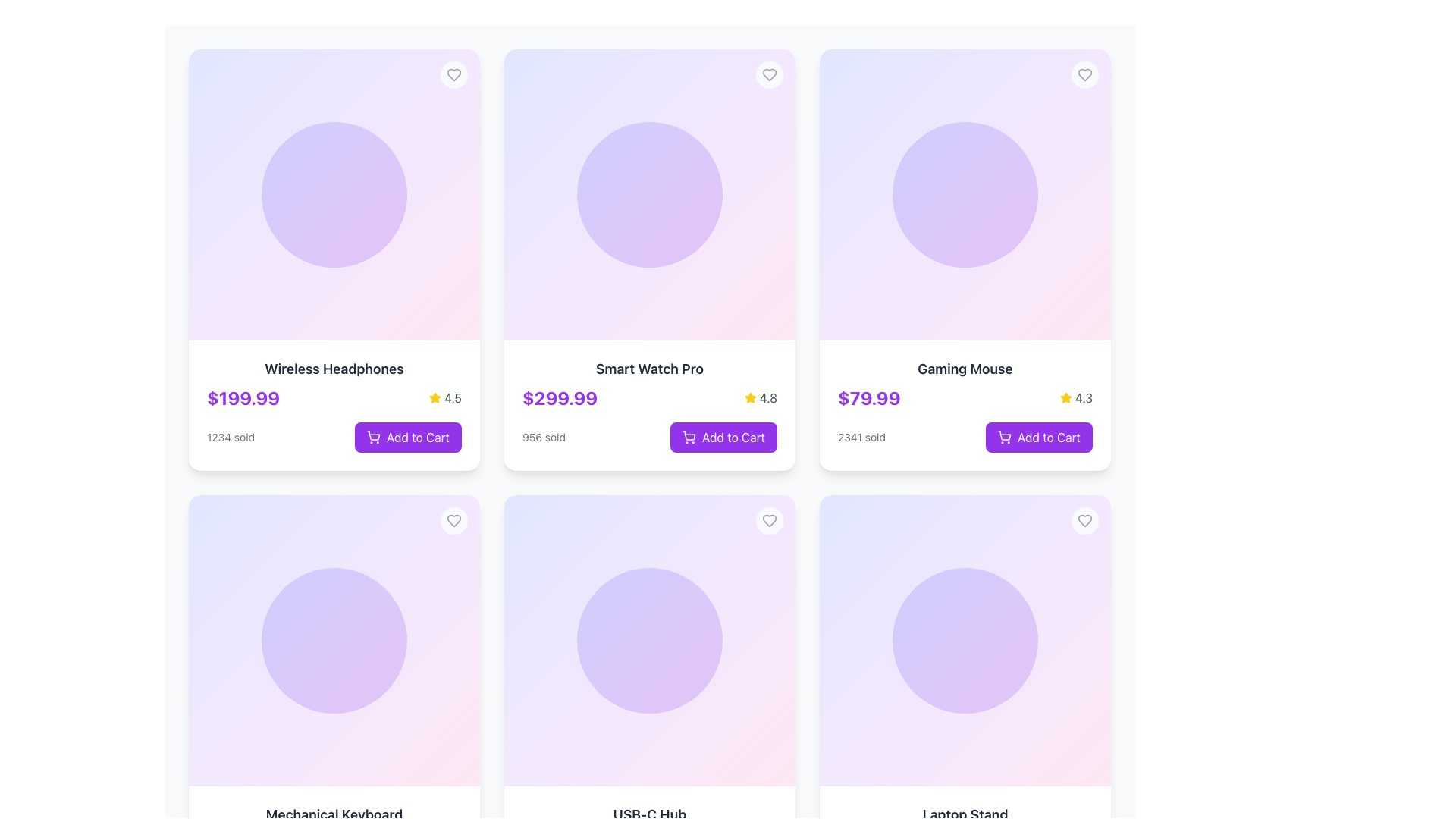 This screenshot has height=819, width=1456. What do you see at coordinates (453, 75) in the screenshot?
I see `the favorite icon button in the top-right corner of the 'Wireless Headphones' product card to mark the item as liked` at bounding box center [453, 75].